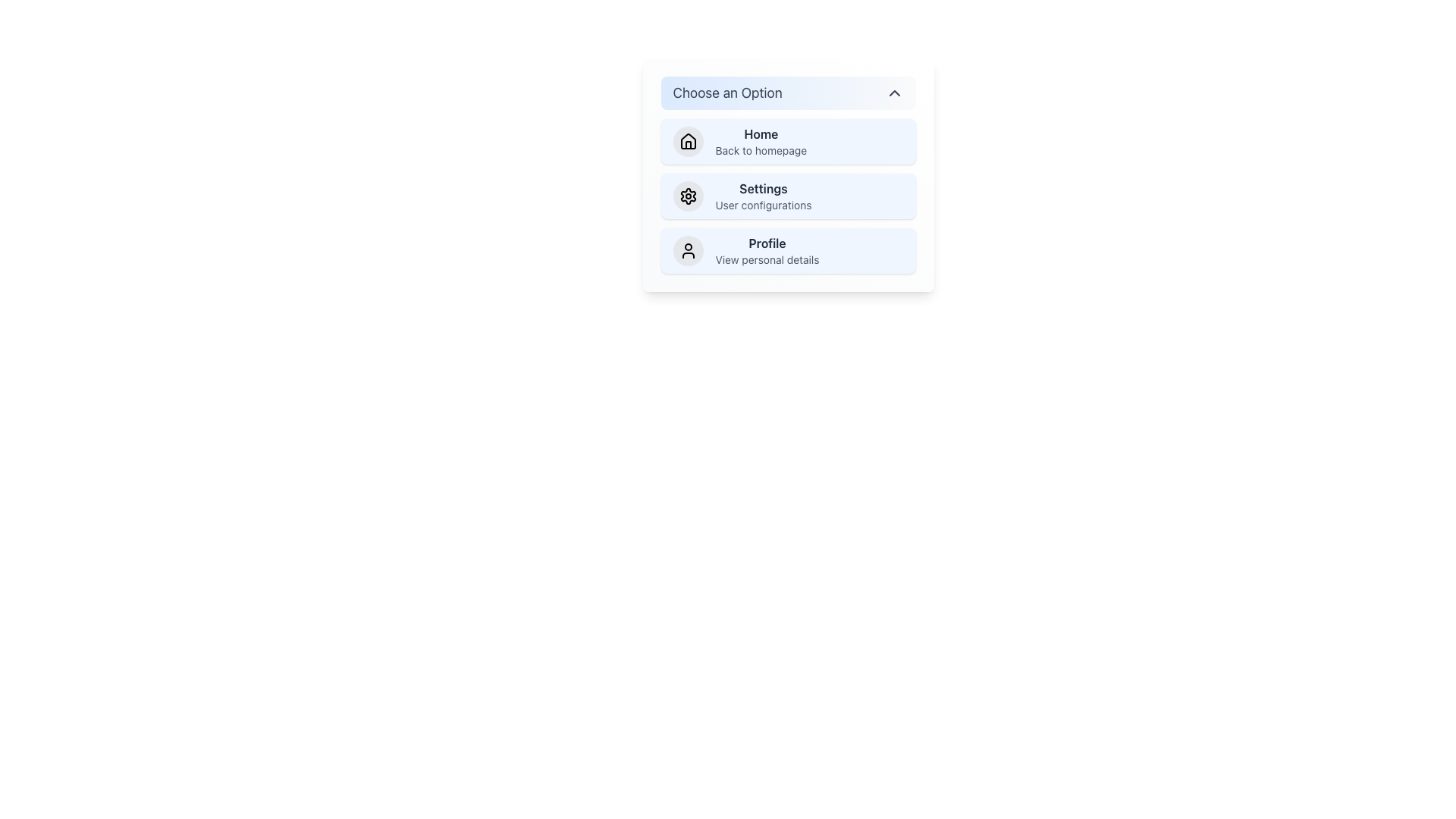 The height and width of the screenshot is (819, 1456). Describe the element at coordinates (764, 205) in the screenshot. I see `the text element that reads 'User configurations', which is located beneath the 'Settings' option in the 'Choose an Option' card` at that location.